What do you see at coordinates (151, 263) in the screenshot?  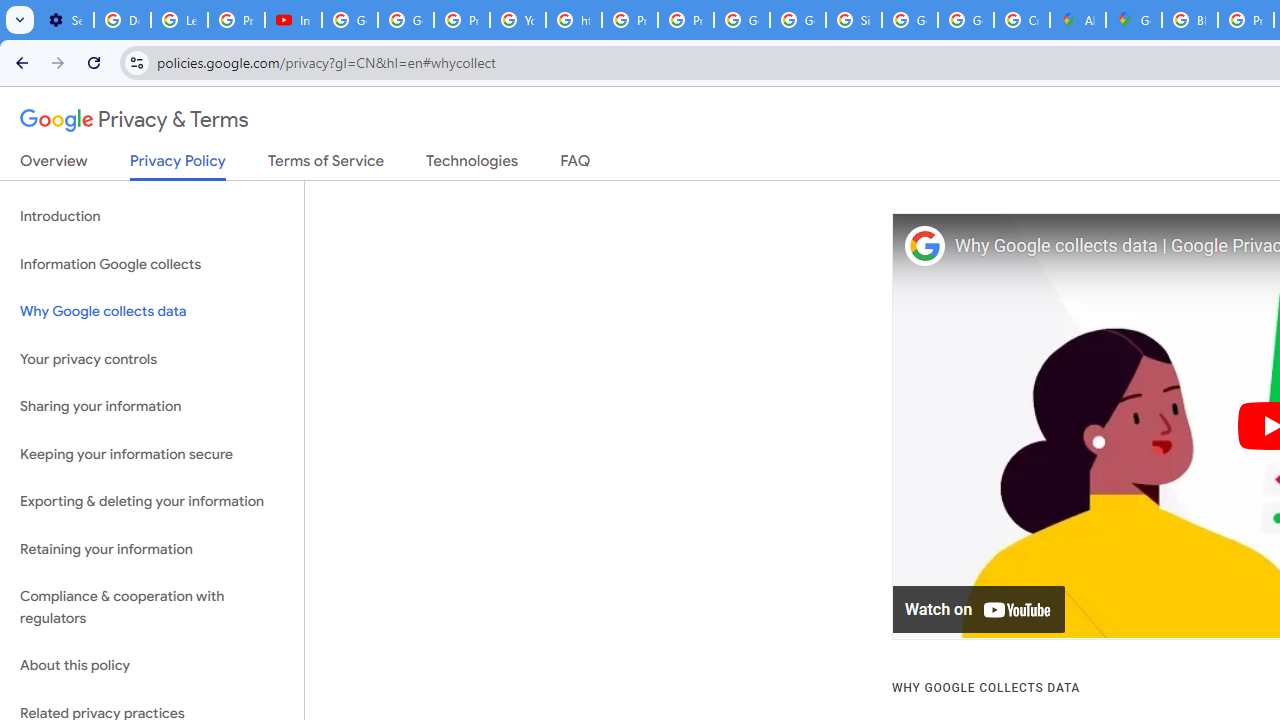 I see `'Information Google collects'` at bounding box center [151, 263].